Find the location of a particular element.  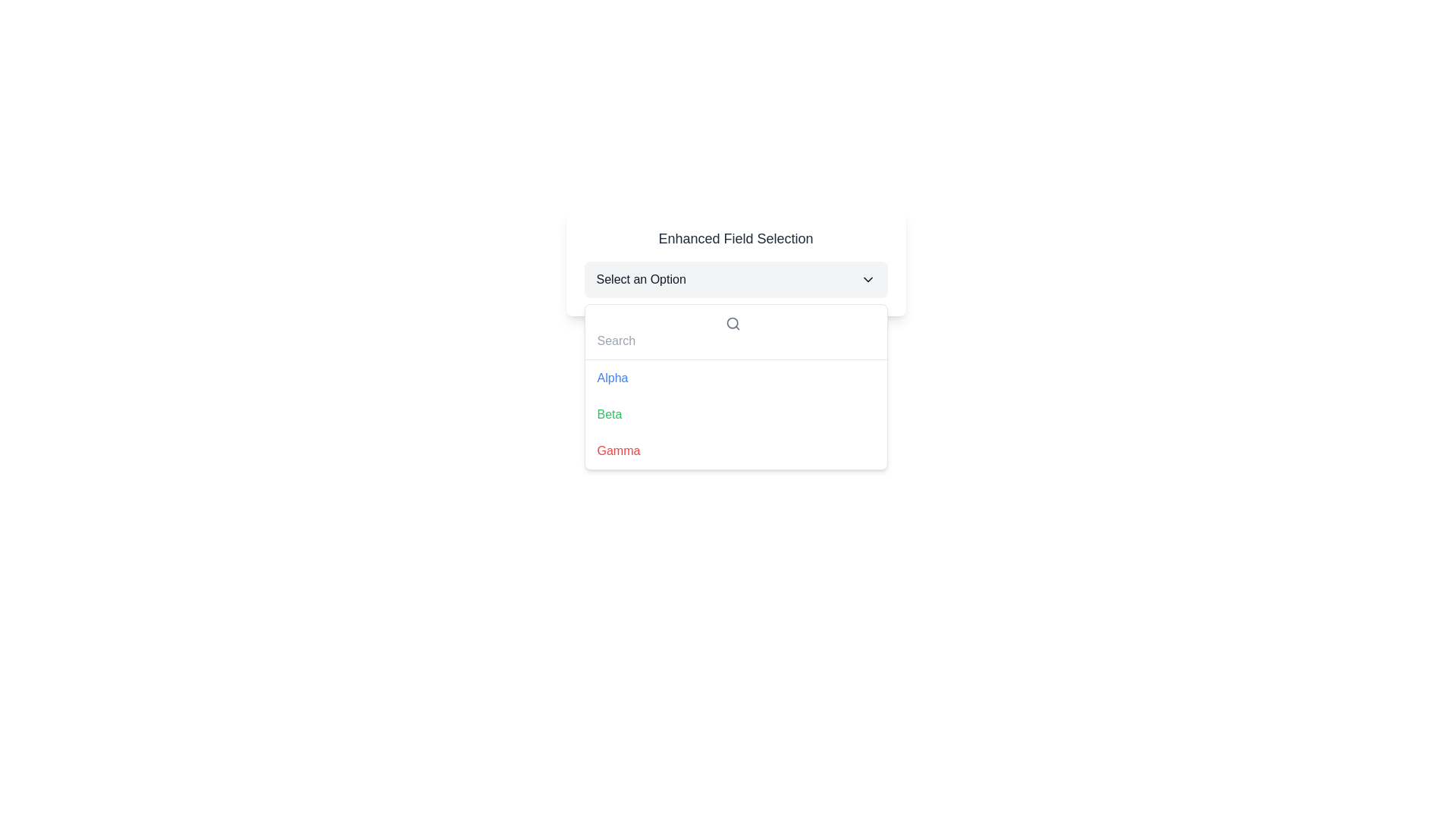

the circular SVG element representing the lens of the search magnifying glass icon located next to the 'Search' label in the dropdown menu under 'Enhanced Field Selection' is located at coordinates (732, 322).